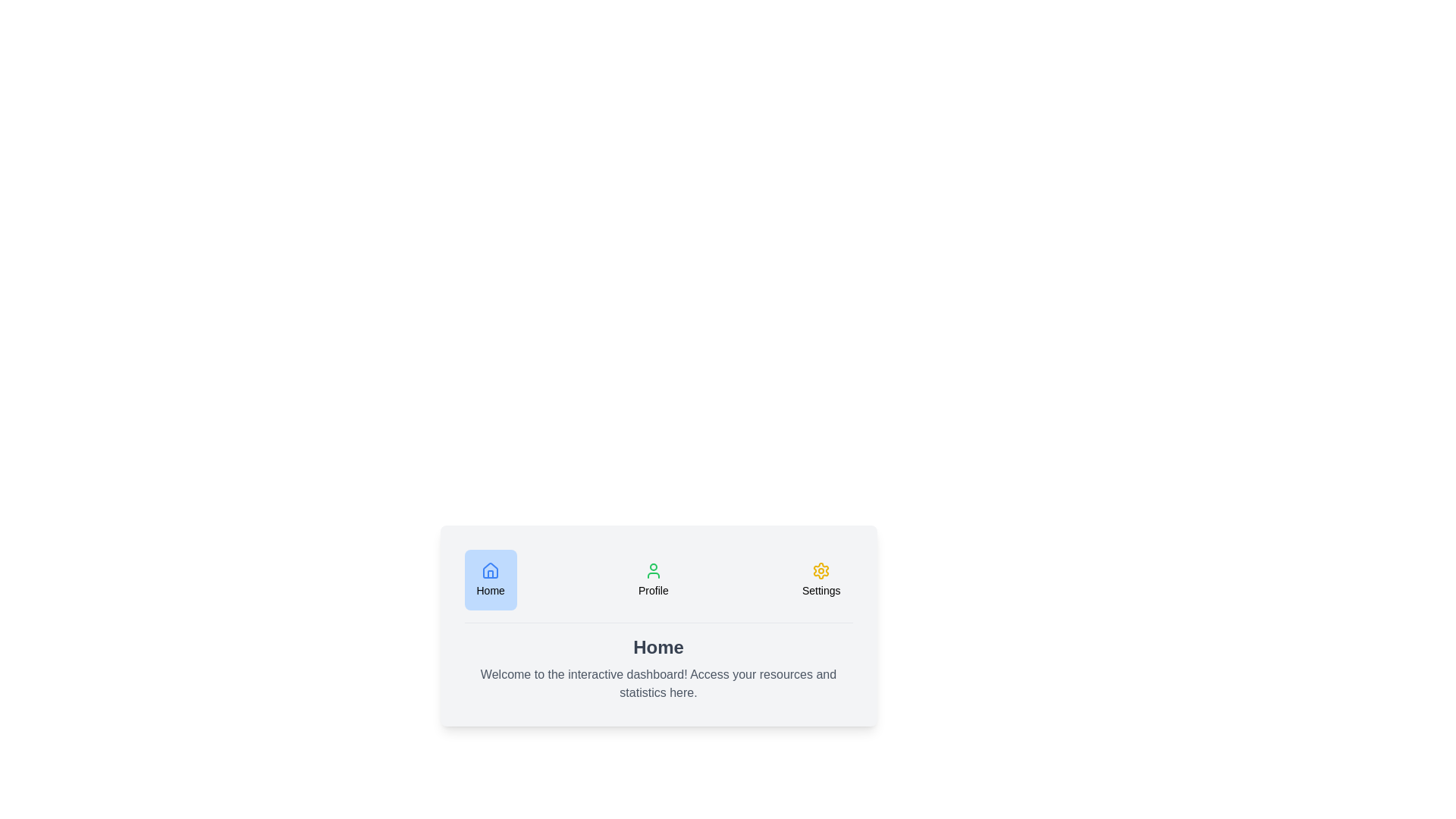 The width and height of the screenshot is (1456, 819). I want to click on the tab button labeled 'Home' to switch to the corresponding tab, so click(491, 579).